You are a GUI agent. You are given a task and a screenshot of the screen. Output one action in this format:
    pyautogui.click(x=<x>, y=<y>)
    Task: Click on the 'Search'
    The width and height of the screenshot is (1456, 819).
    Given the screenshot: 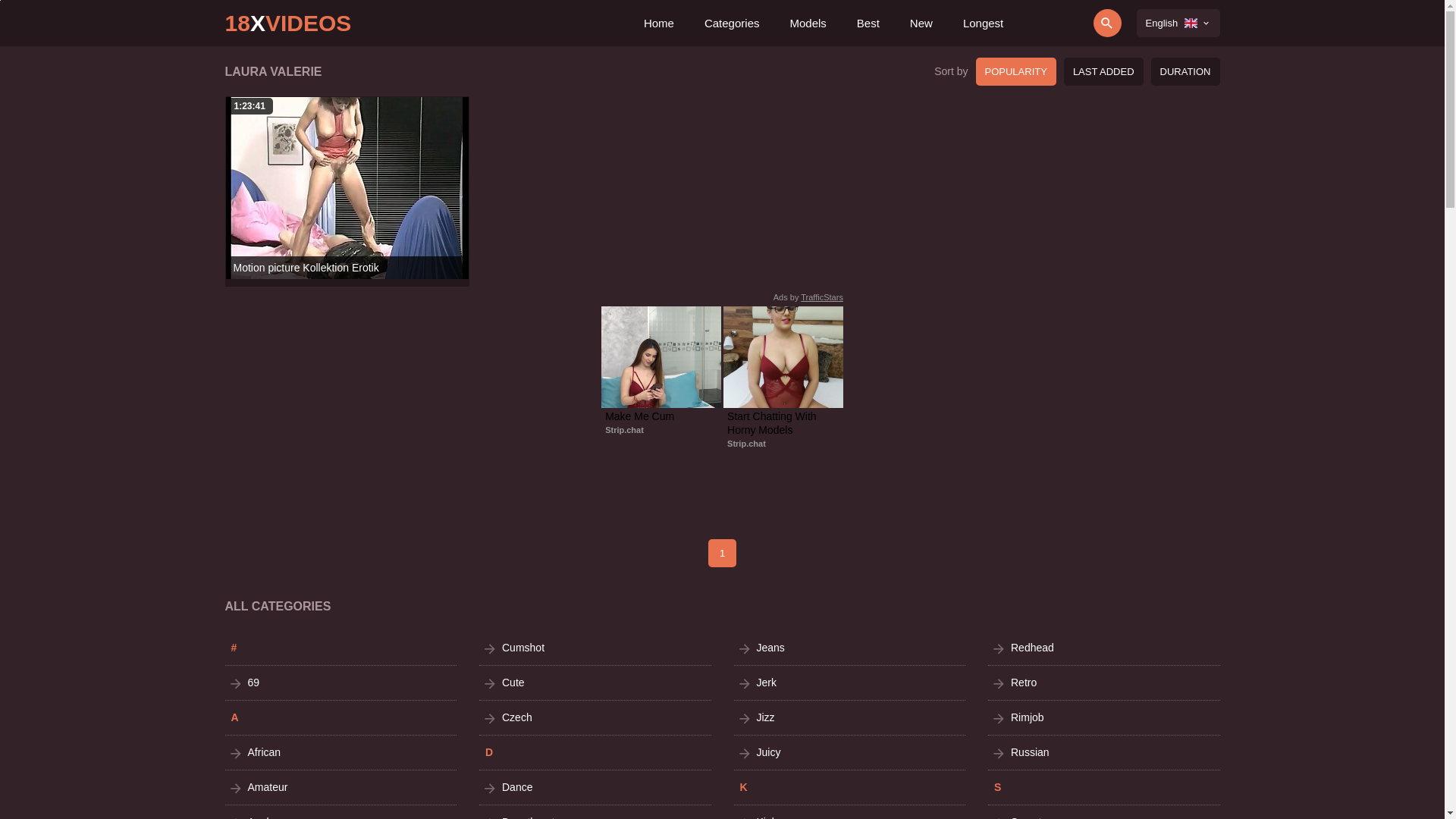 What is the action you would take?
    pyautogui.click(x=1063, y=23)
    